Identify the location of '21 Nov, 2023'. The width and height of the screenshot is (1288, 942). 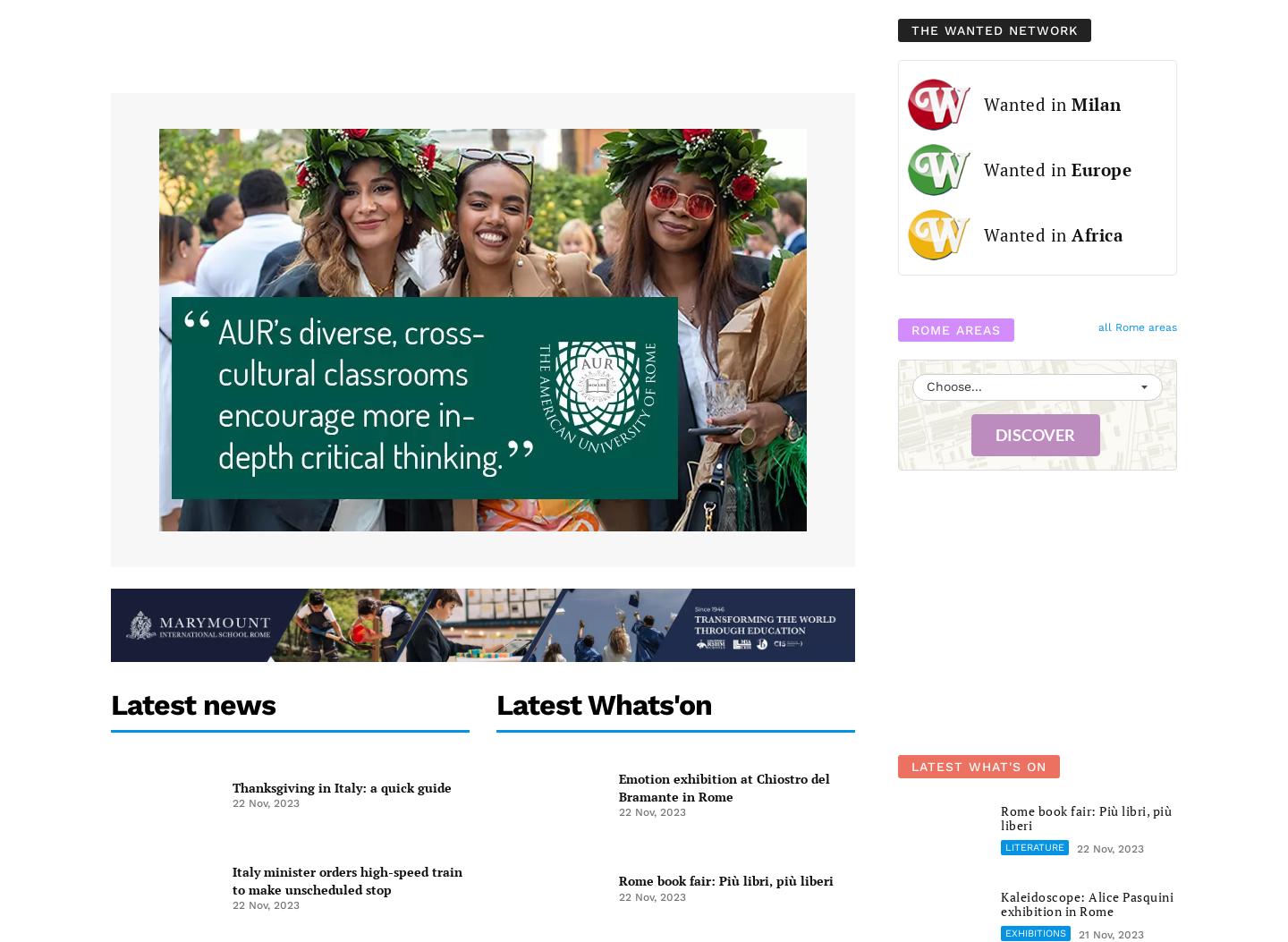
(1078, 933).